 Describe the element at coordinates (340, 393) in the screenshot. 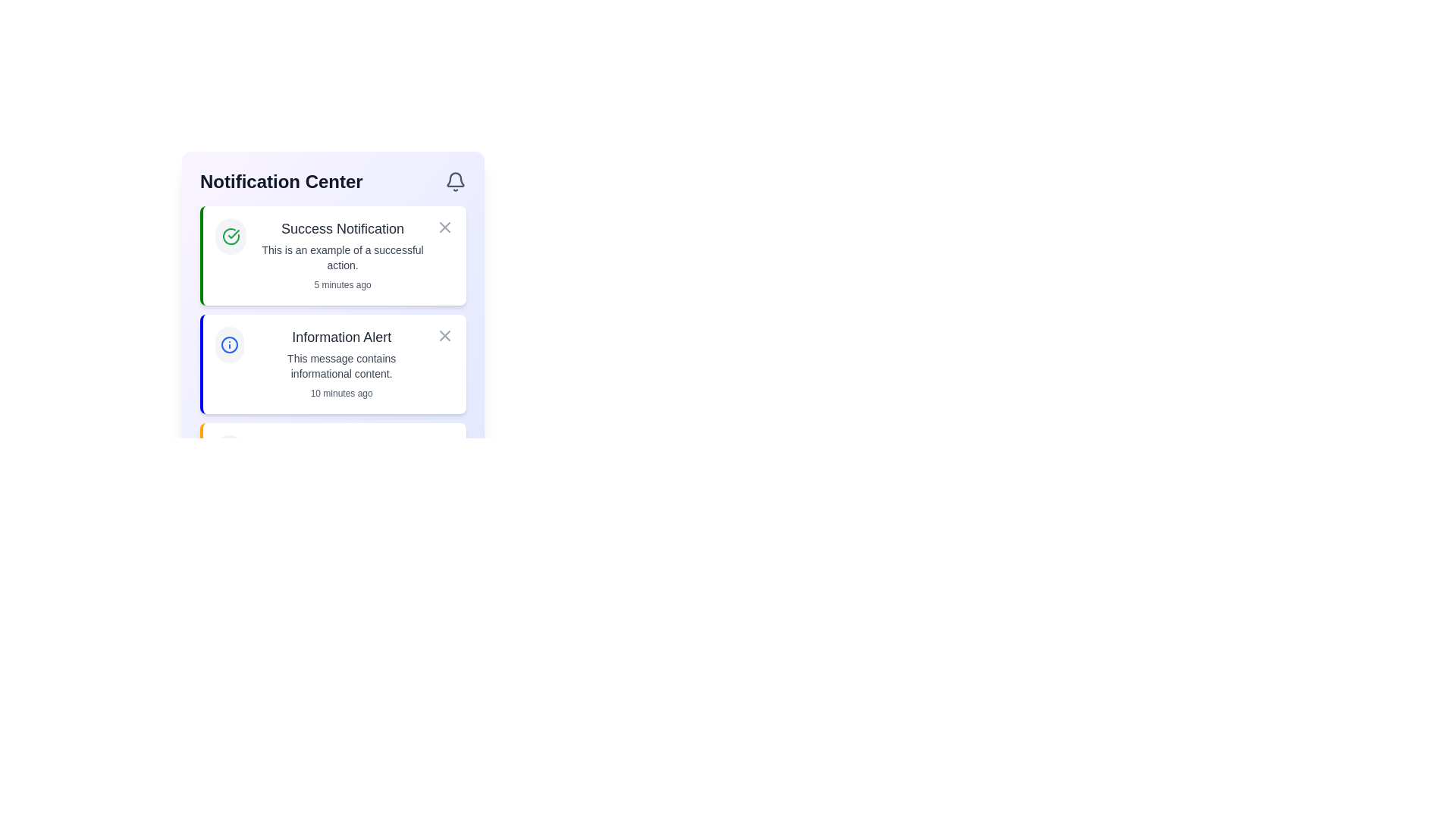

I see `the timestamp text label located at the bottom-right corner of the 'Information Alert' notification area, which indicates when the notification was created or last updated` at that location.